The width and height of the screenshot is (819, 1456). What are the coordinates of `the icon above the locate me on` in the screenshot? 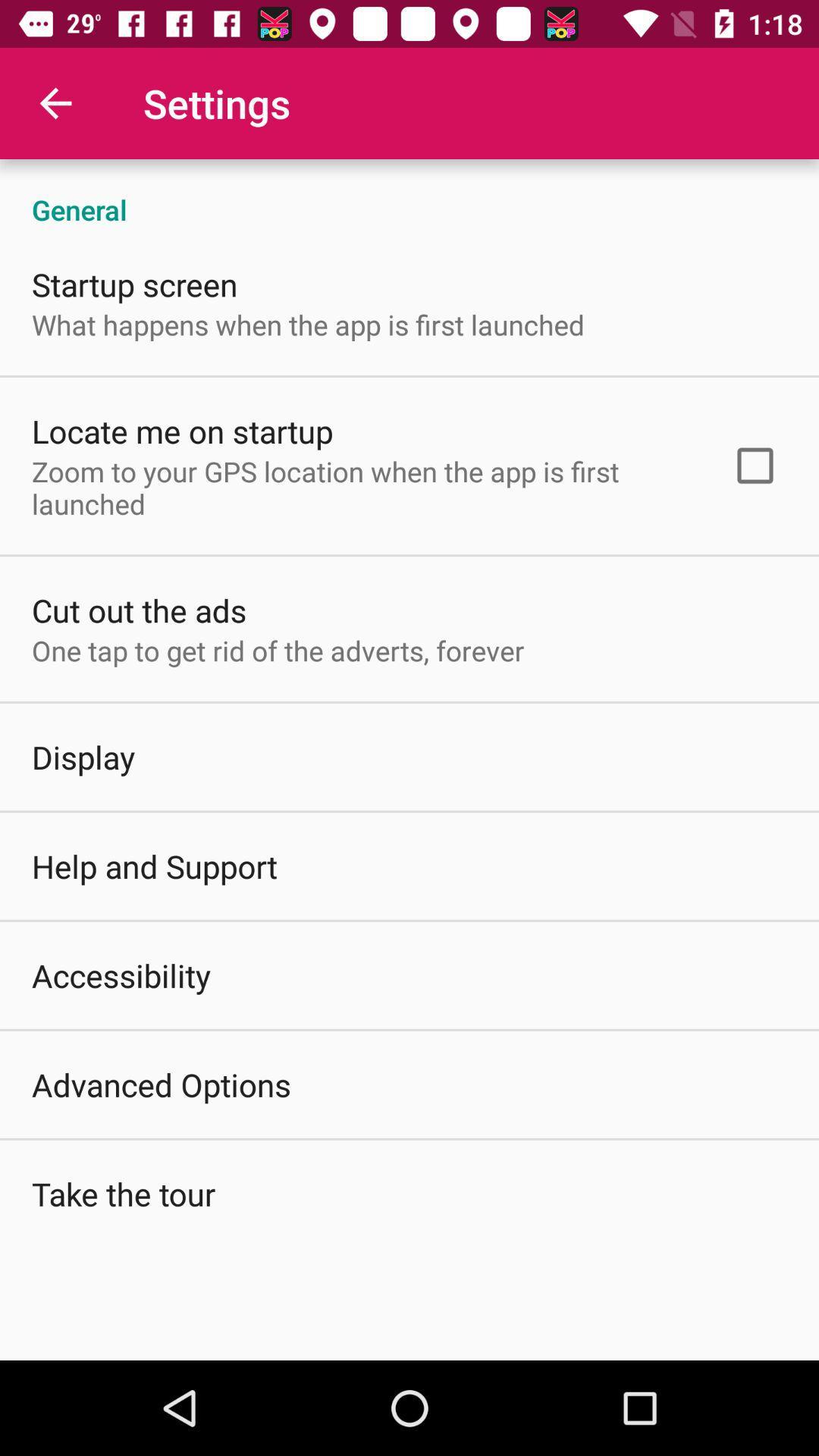 It's located at (307, 324).